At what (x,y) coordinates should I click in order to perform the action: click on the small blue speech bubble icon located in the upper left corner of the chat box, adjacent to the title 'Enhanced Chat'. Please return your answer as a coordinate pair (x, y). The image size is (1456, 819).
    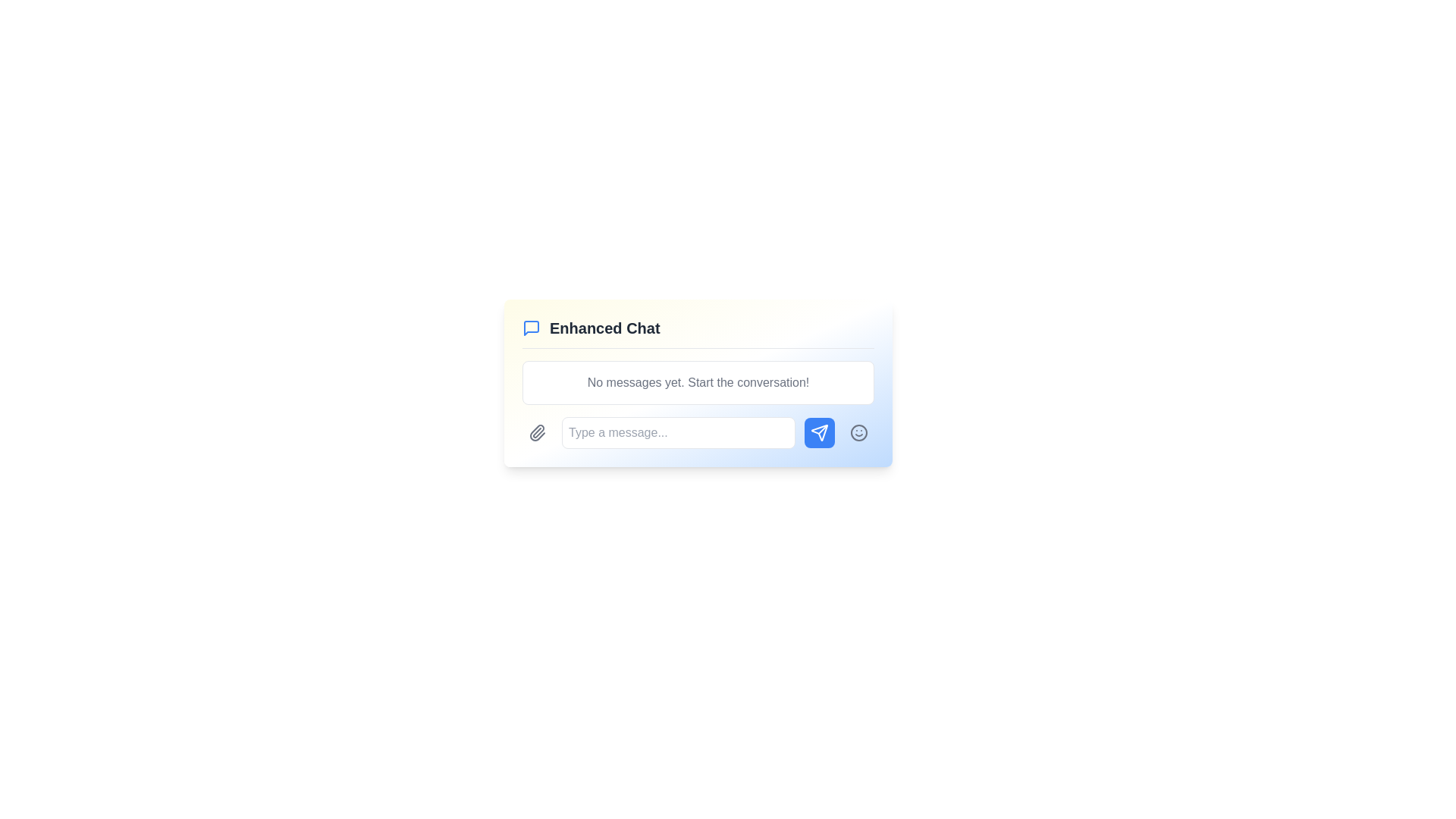
    Looking at the image, I should click on (531, 327).